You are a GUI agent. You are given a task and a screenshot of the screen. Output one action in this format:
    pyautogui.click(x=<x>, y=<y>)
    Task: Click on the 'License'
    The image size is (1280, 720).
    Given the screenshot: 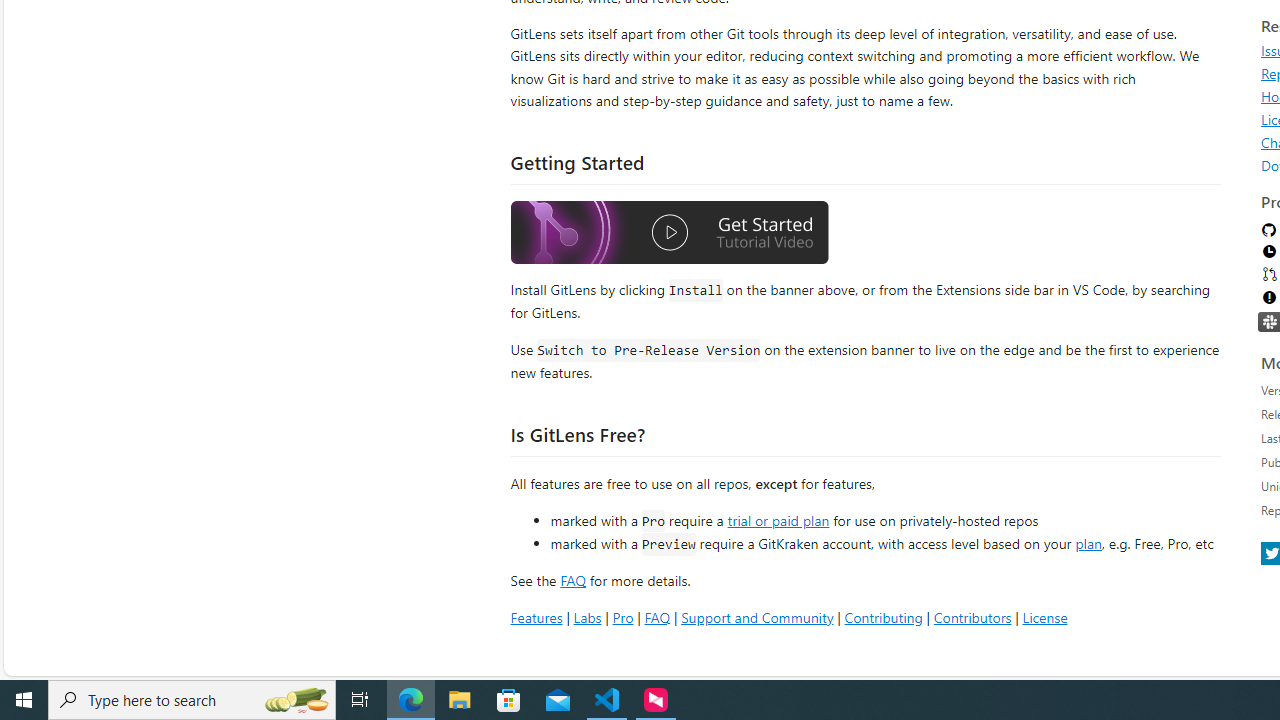 What is the action you would take?
    pyautogui.click(x=1043, y=616)
    